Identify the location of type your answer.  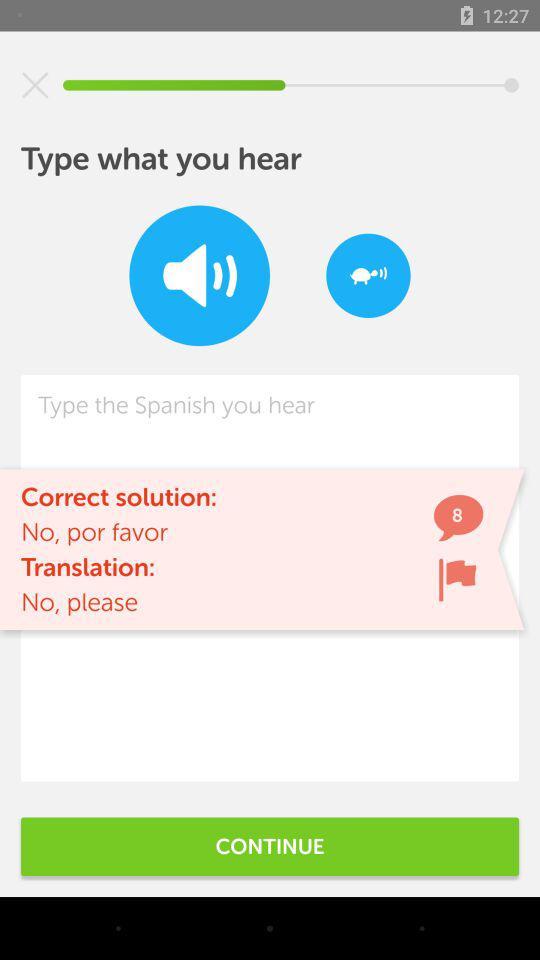
(270, 578).